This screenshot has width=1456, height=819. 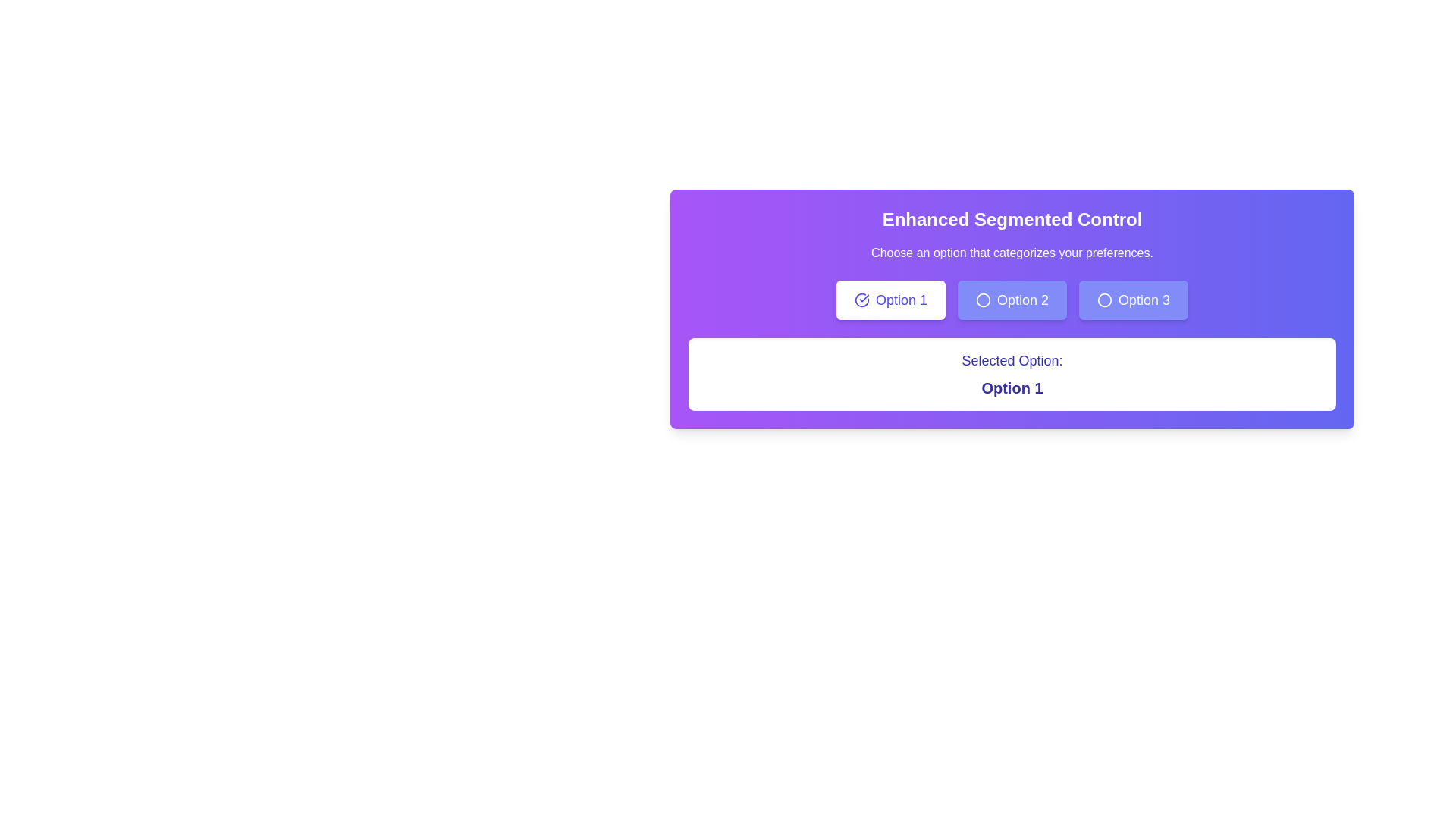 I want to click on the circular icon inside the blue button labeled 'Option 3', so click(x=1105, y=300).